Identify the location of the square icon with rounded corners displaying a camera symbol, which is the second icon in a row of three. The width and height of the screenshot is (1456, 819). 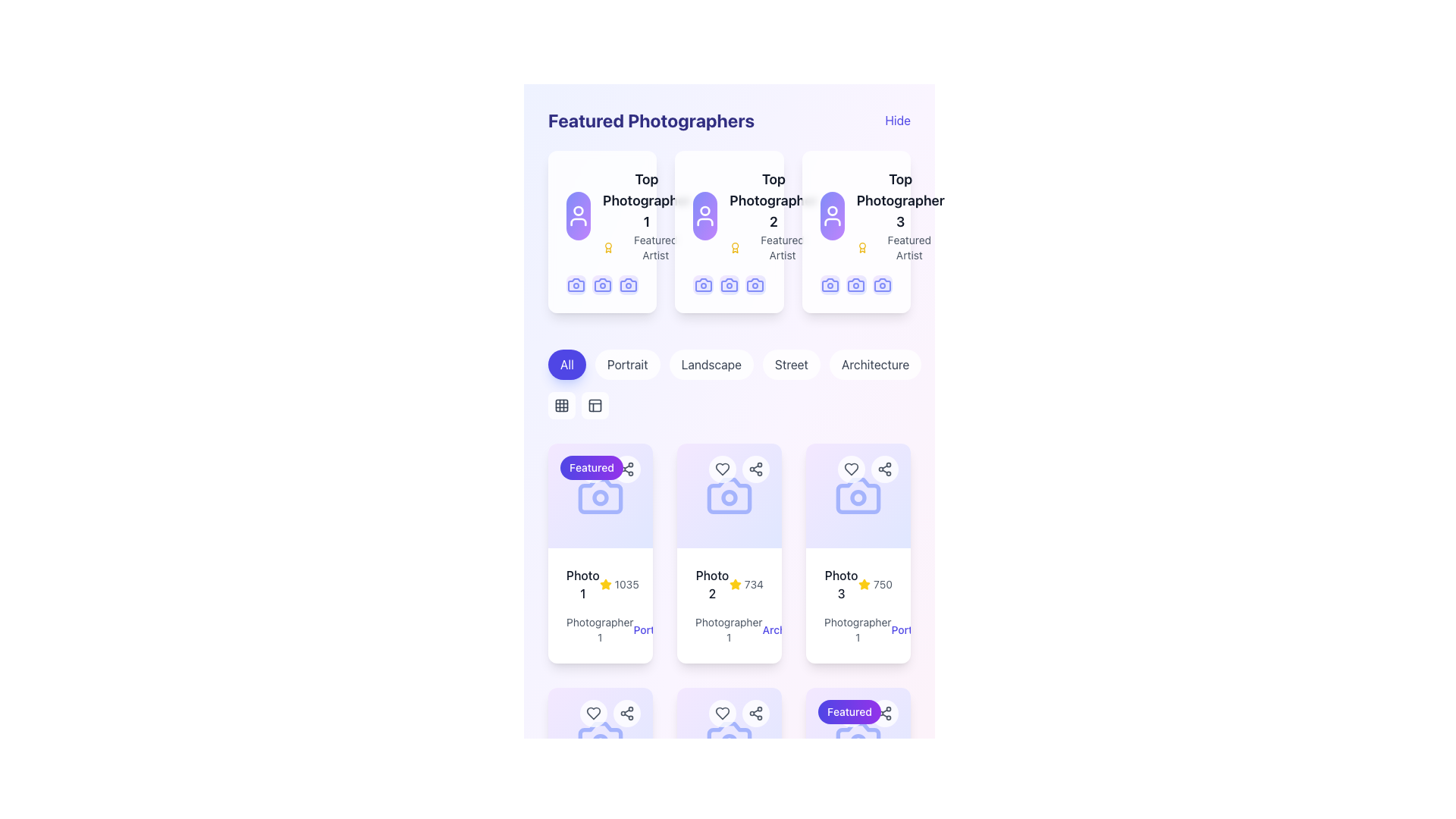
(601, 285).